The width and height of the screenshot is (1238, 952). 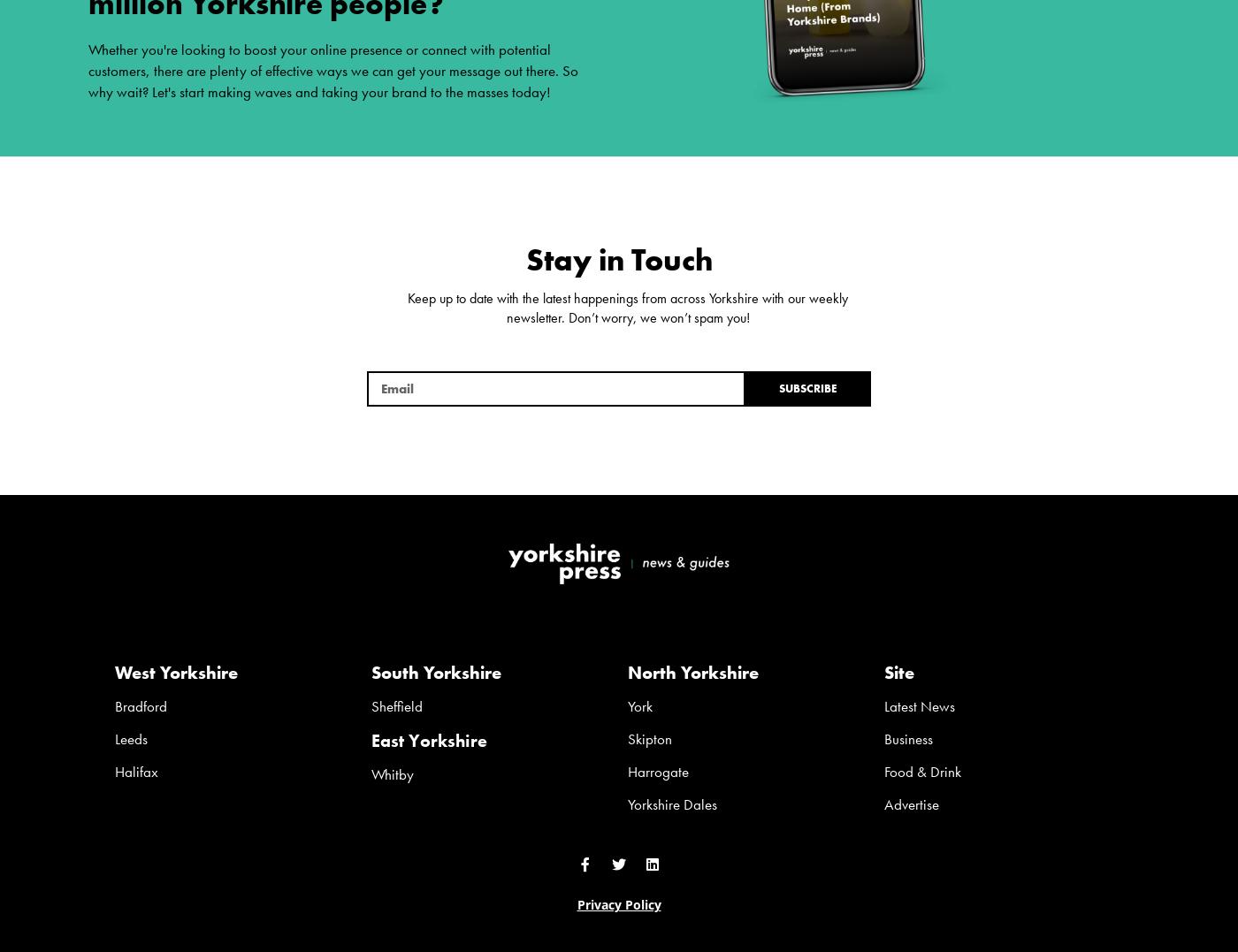 I want to click on 'Privacy Policy', so click(x=618, y=903).